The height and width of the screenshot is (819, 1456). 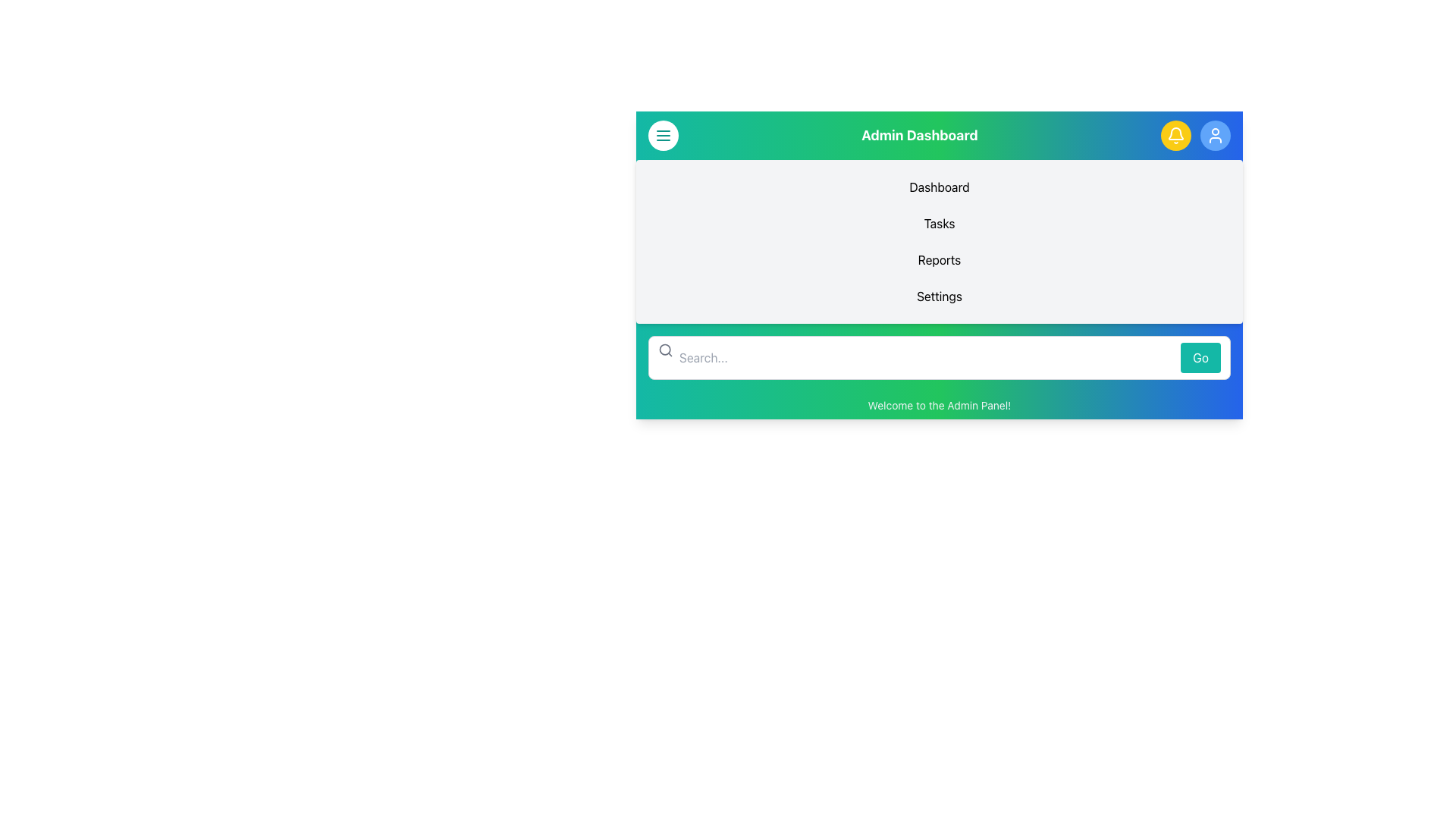 What do you see at coordinates (919, 134) in the screenshot?
I see `the Admin Dashboard title text label located in the center of the header section between the menu icon and notification/user icons` at bounding box center [919, 134].